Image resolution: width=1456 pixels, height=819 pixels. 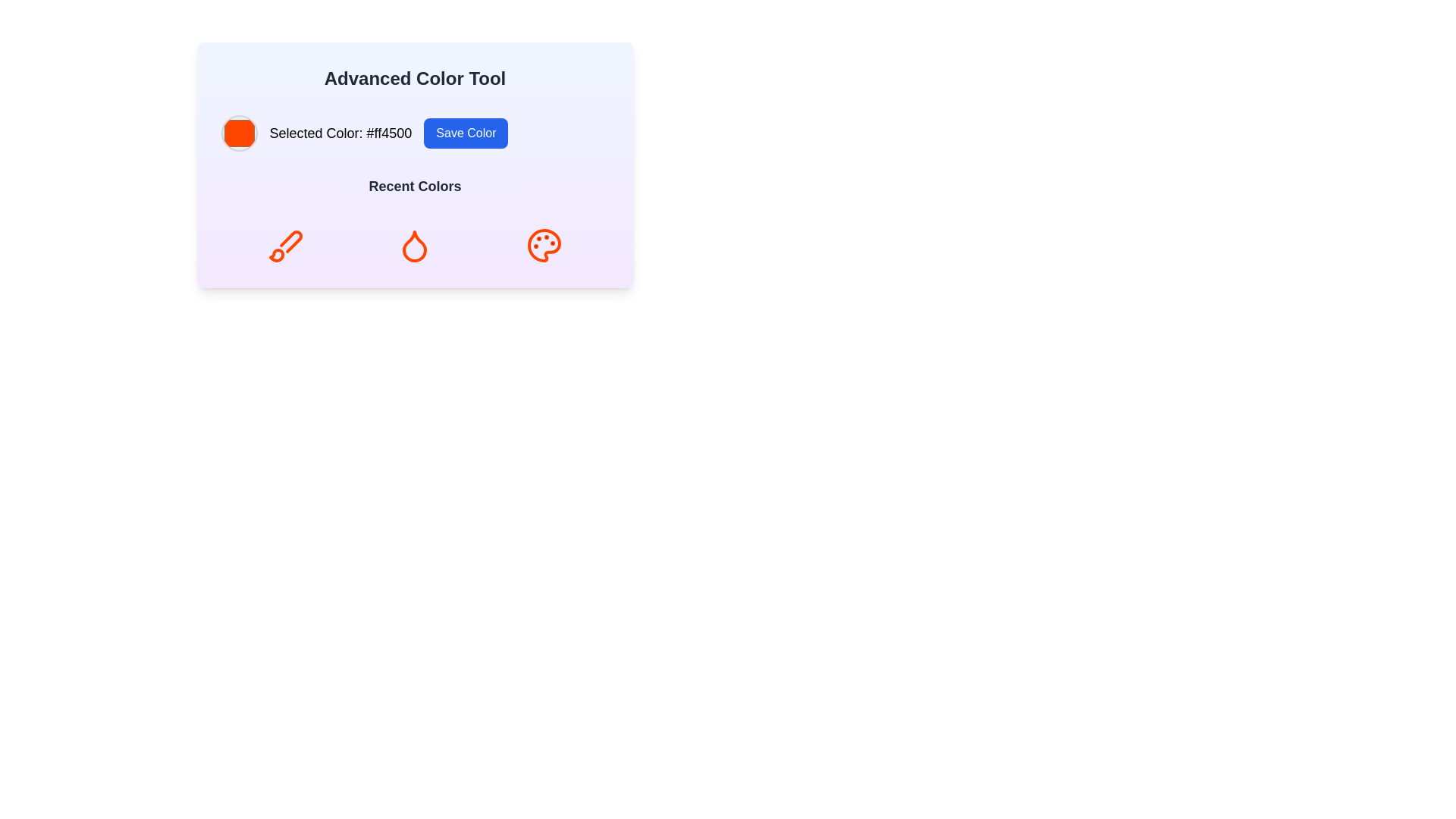 I want to click on the palette icon, which is the rightmost icon in the row of recent color tools under the 'Recent Colors' header, so click(x=544, y=245).